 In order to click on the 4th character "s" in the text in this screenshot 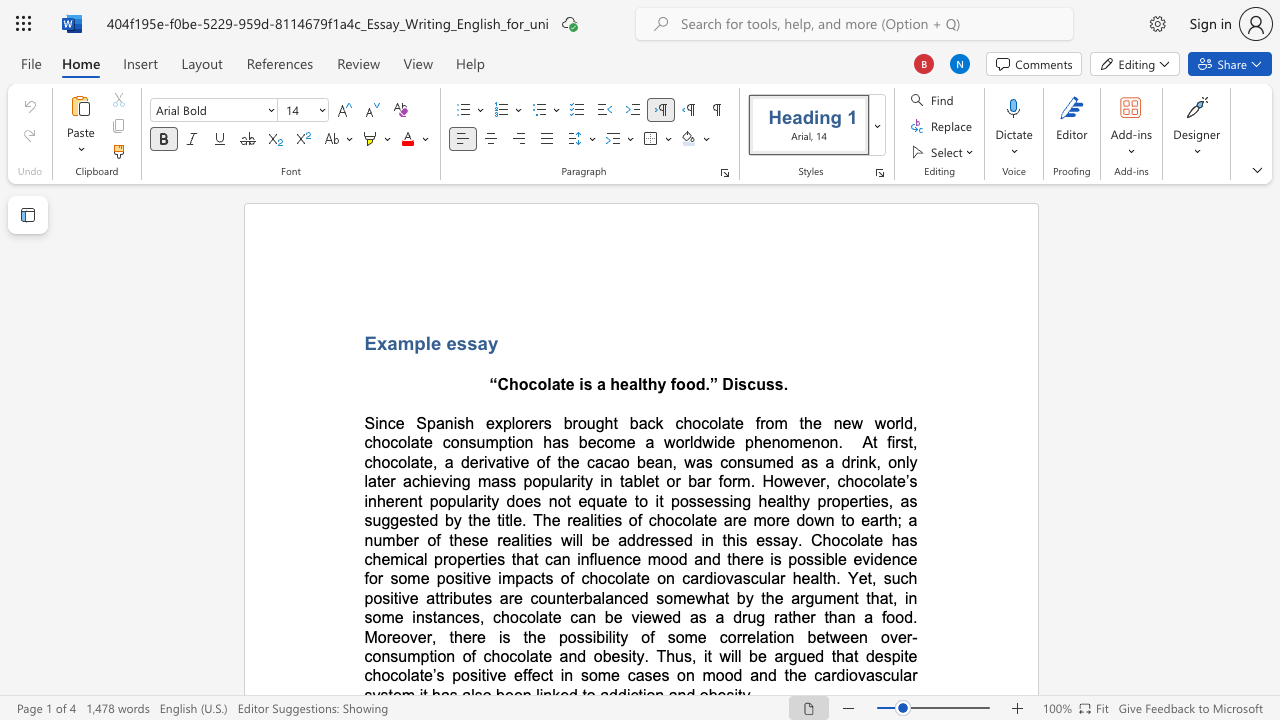, I will do `click(778, 384)`.